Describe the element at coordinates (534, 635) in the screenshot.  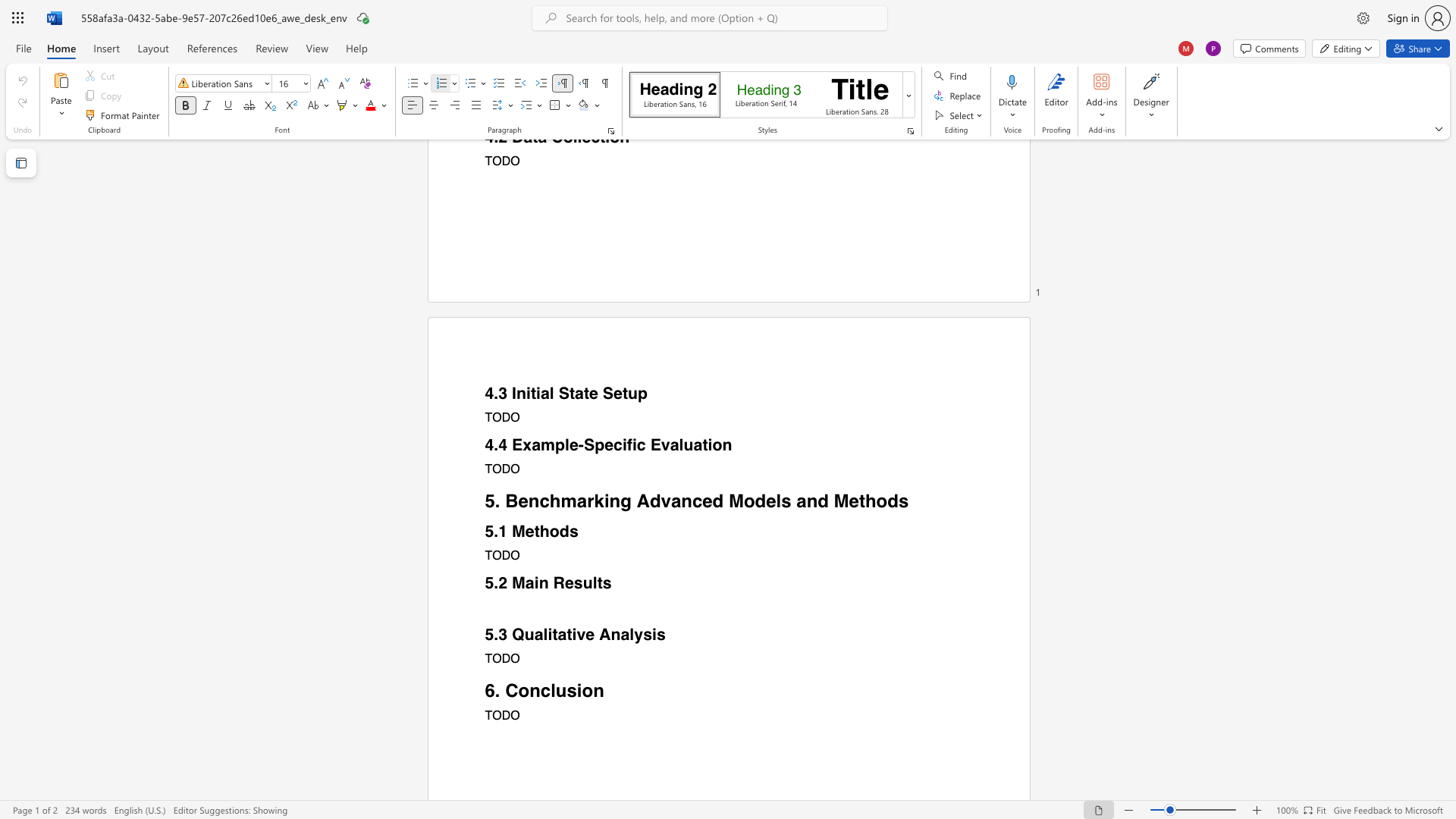
I see `the space between the continuous character "u" and "a" in the text` at that location.